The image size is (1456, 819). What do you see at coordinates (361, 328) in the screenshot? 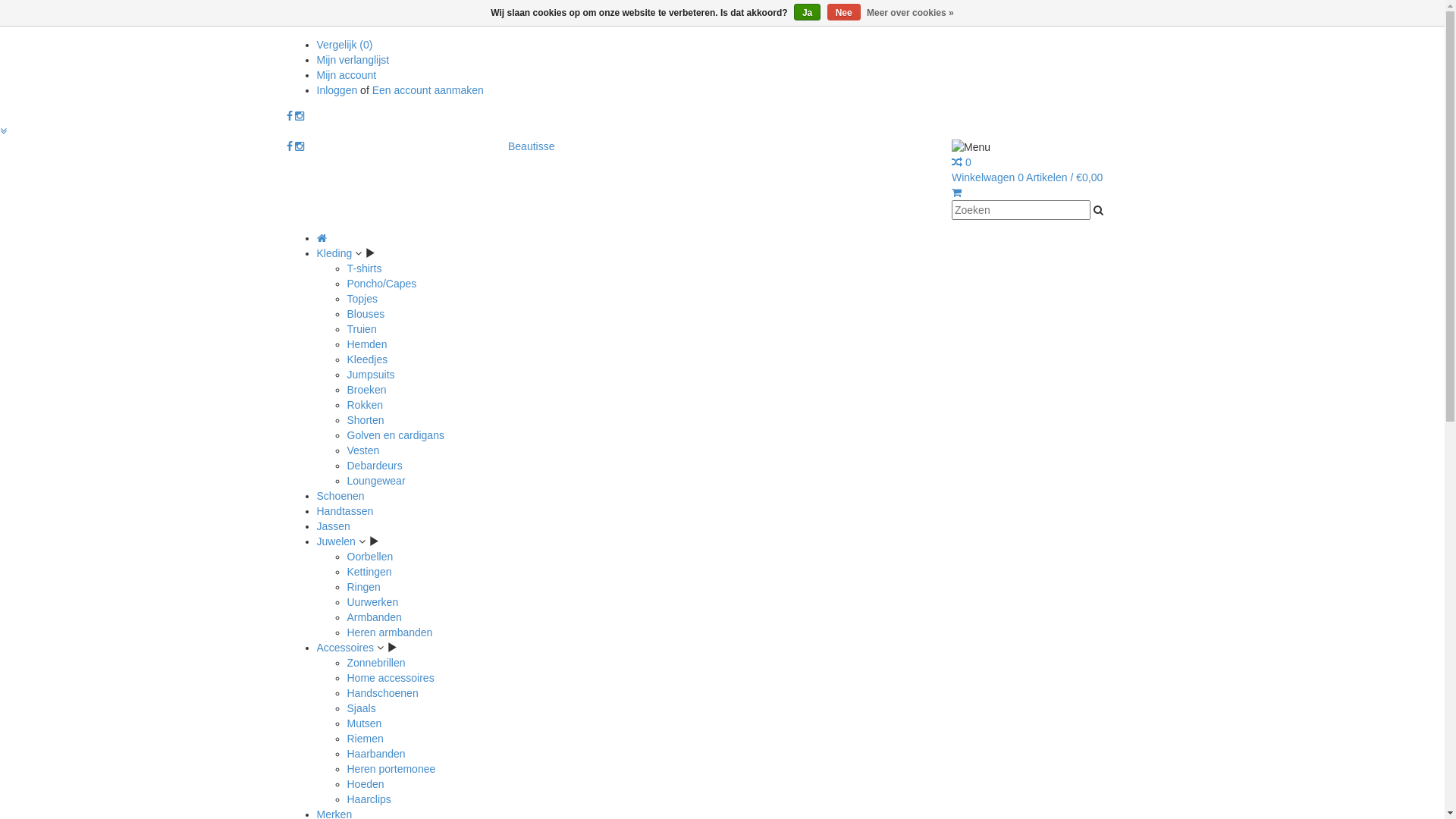
I see `'Truien'` at bounding box center [361, 328].